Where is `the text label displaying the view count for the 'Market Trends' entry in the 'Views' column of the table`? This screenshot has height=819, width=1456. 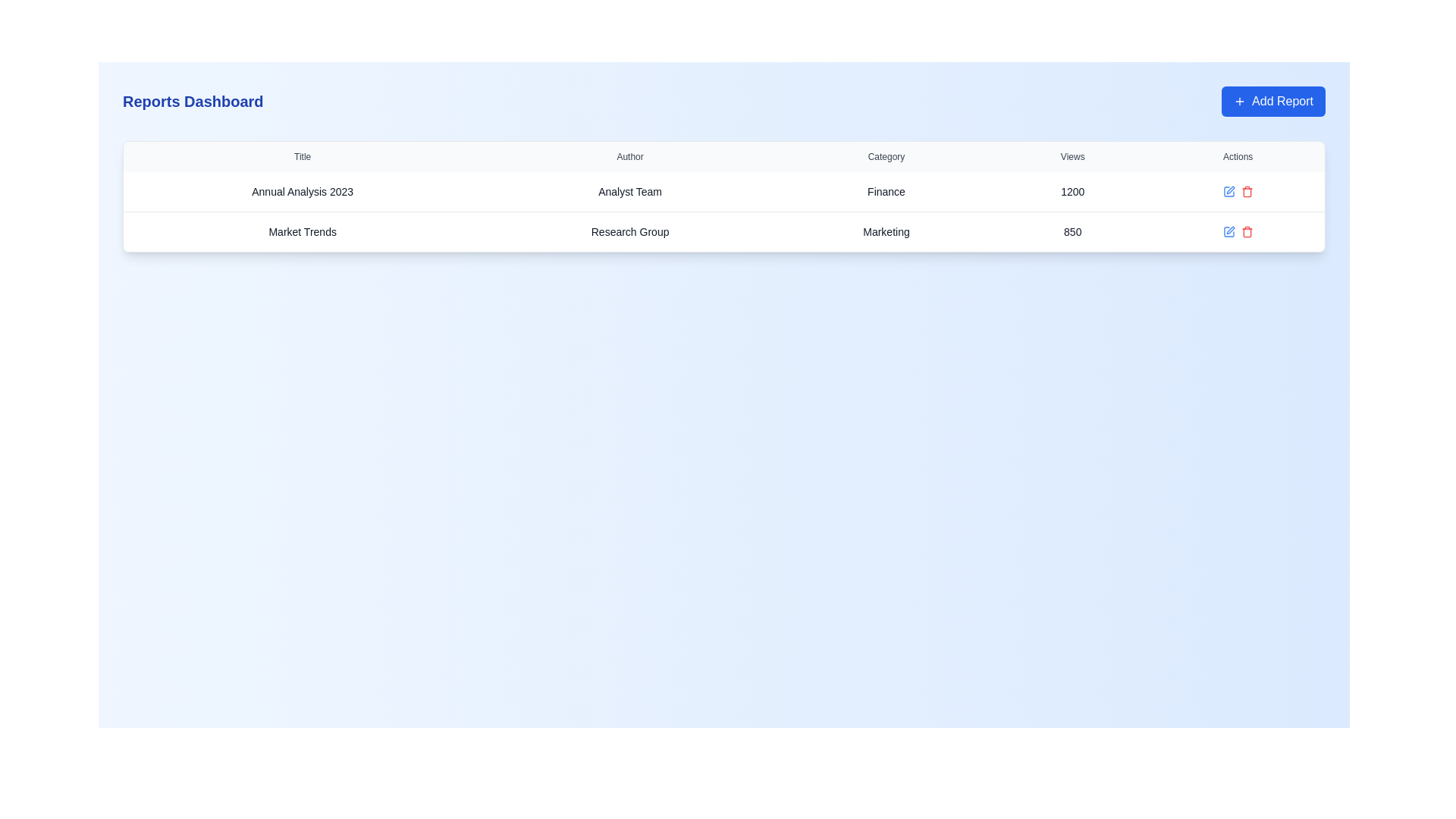
the text label displaying the view count for the 'Market Trends' entry in the 'Views' column of the table is located at coordinates (1072, 231).